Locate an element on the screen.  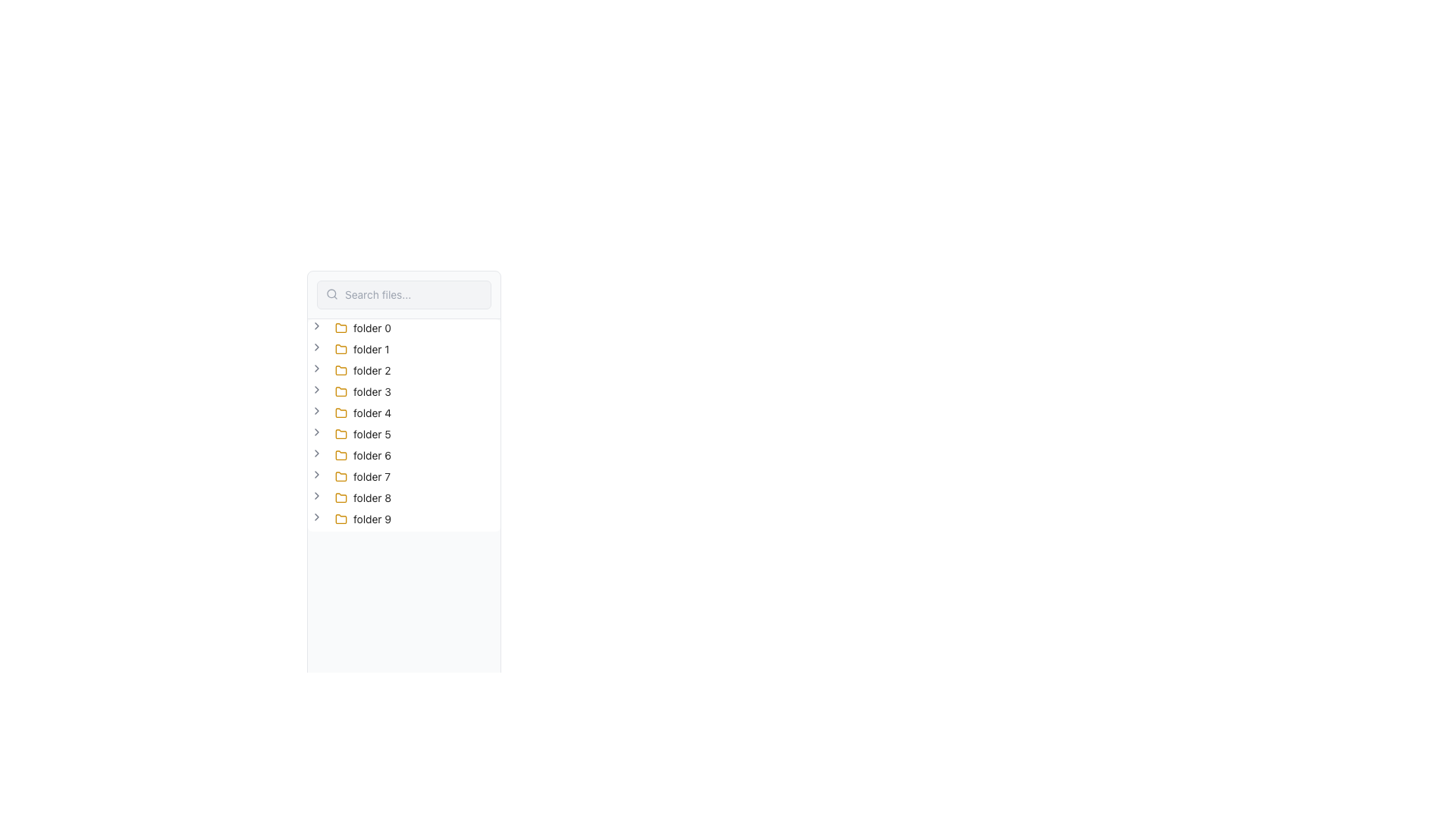
the 'folder 1' tree view item is located at coordinates (361, 350).